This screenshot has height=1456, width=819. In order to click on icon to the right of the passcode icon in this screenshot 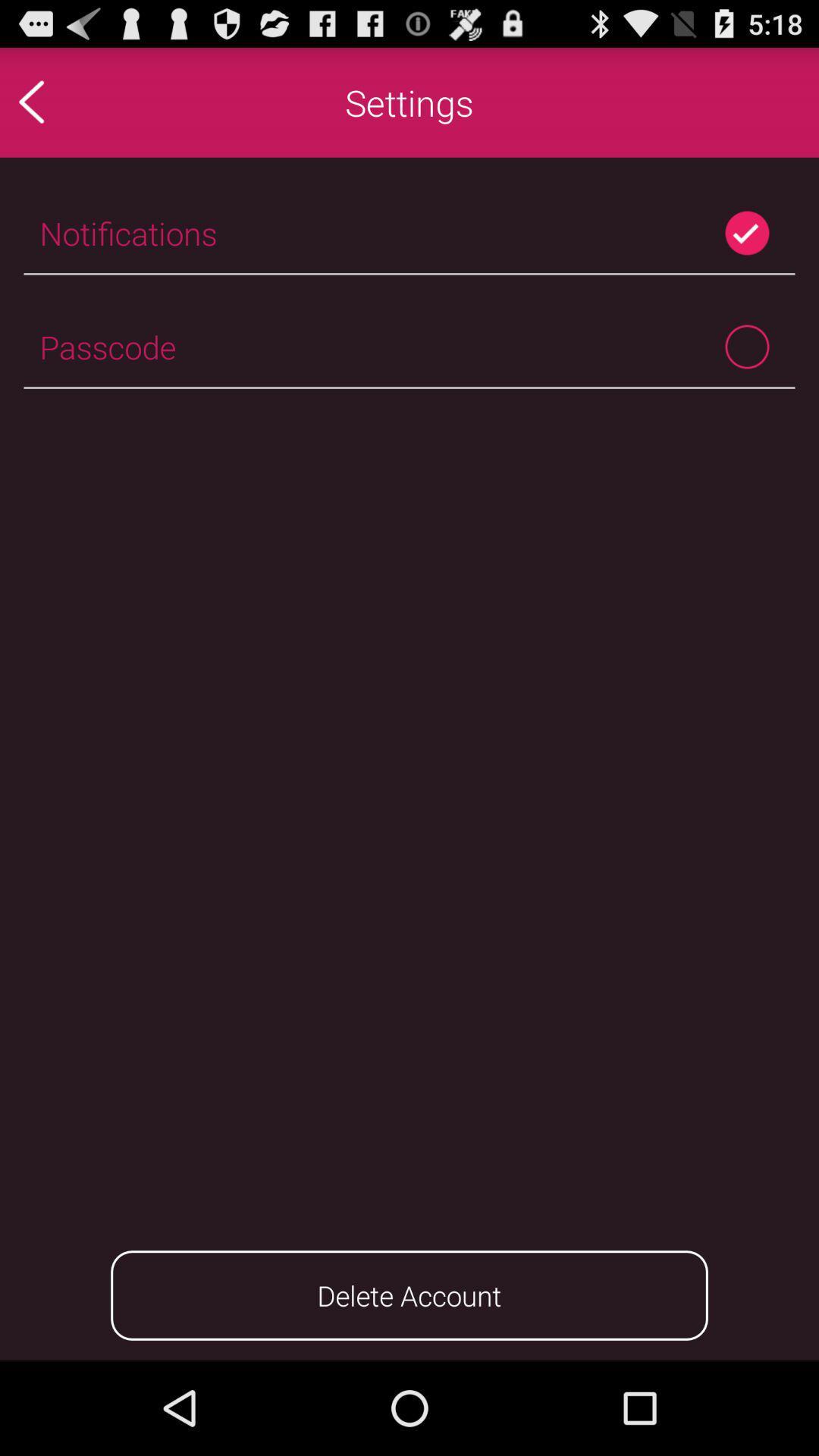, I will do `click(746, 346)`.